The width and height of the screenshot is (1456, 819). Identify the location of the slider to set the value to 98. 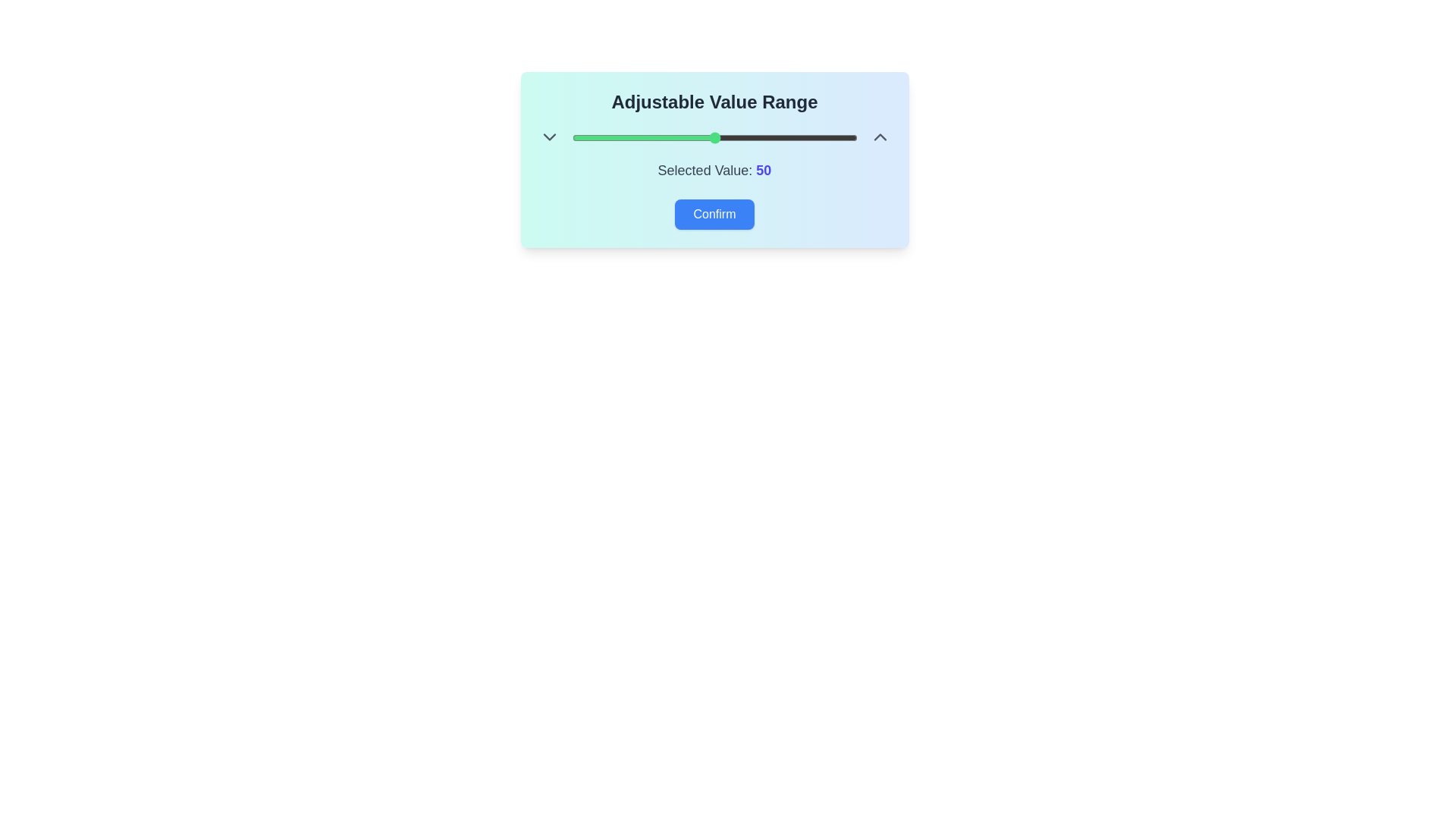
(852, 137).